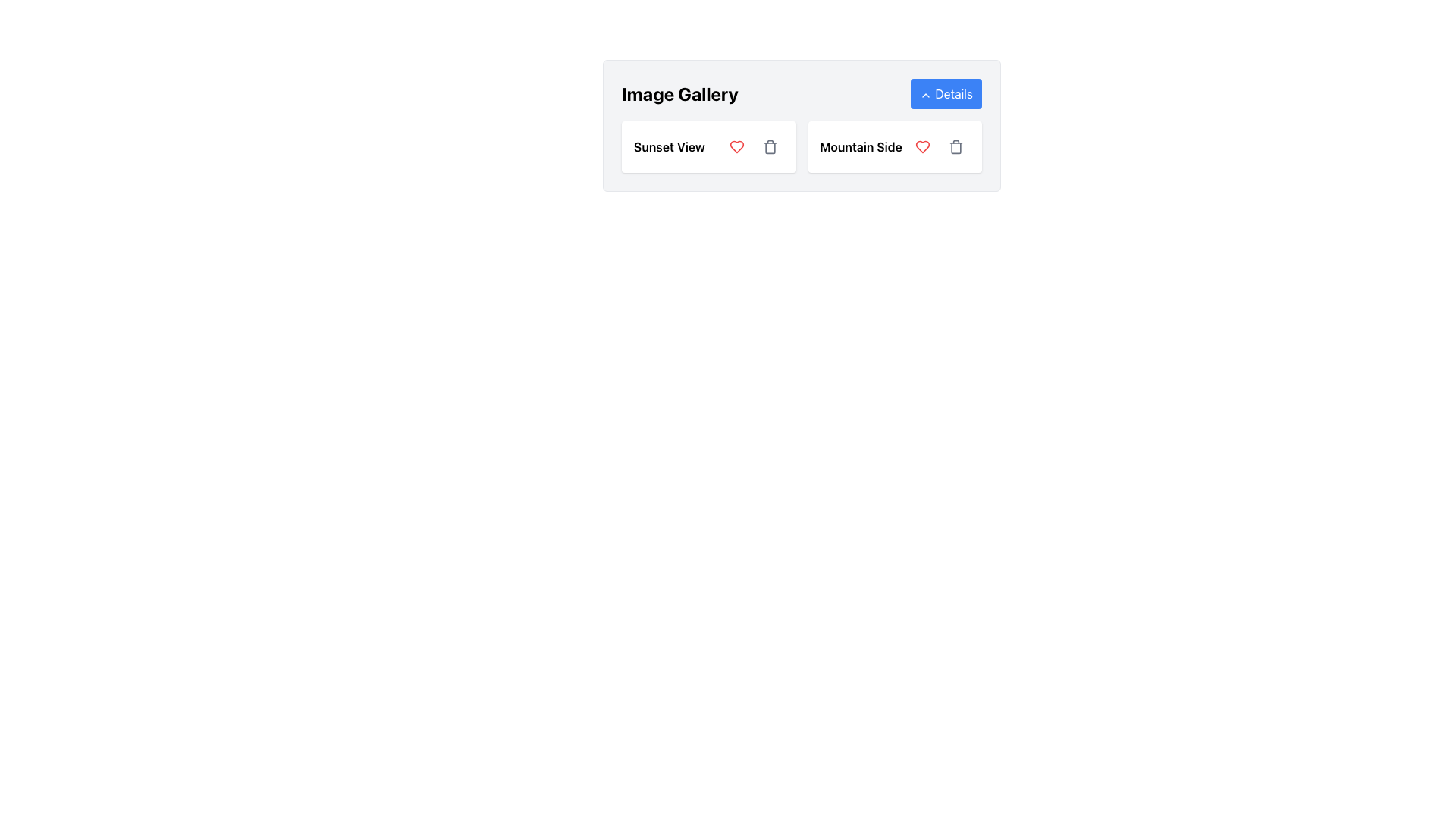 Image resolution: width=1456 pixels, height=819 pixels. I want to click on the trash can button, which is styled with a minimalist line drawing appearance in gray, so click(770, 146).